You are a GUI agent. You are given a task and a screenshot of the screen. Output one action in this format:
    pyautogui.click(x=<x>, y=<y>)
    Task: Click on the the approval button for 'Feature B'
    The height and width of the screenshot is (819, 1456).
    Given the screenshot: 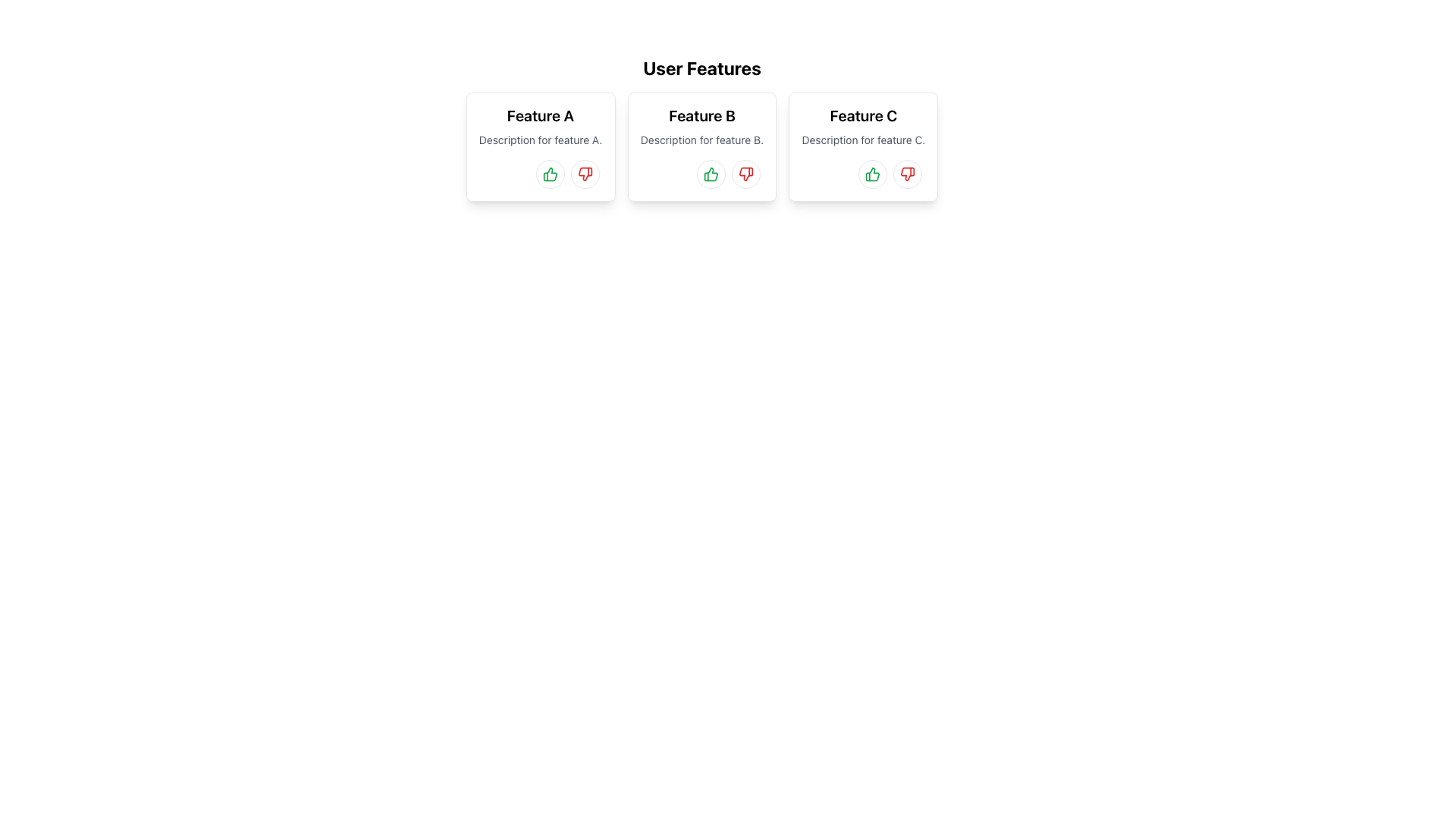 What is the action you would take?
    pyautogui.click(x=711, y=174)
    